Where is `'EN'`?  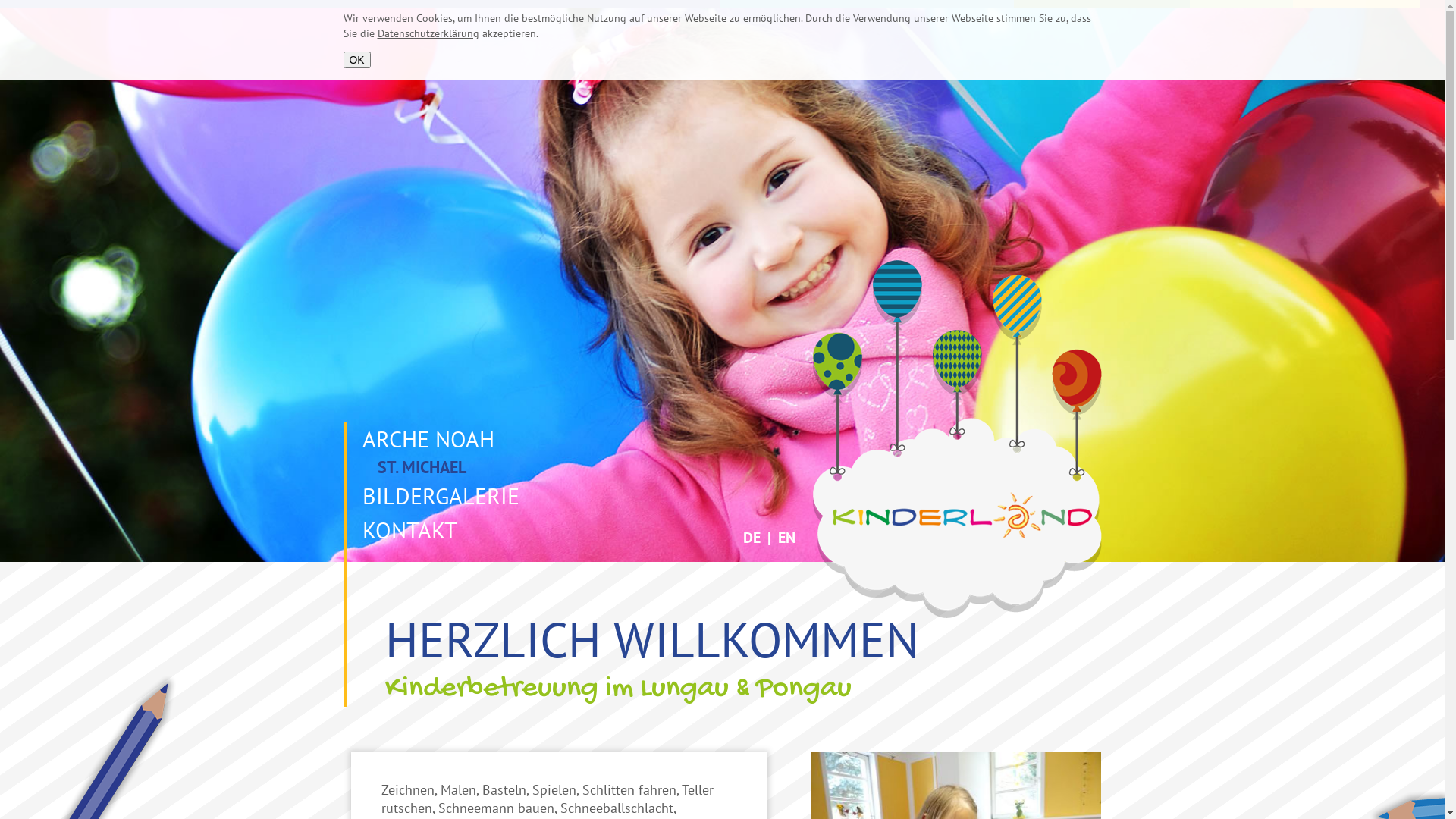 'EN' is located at coordinates (786, 537).